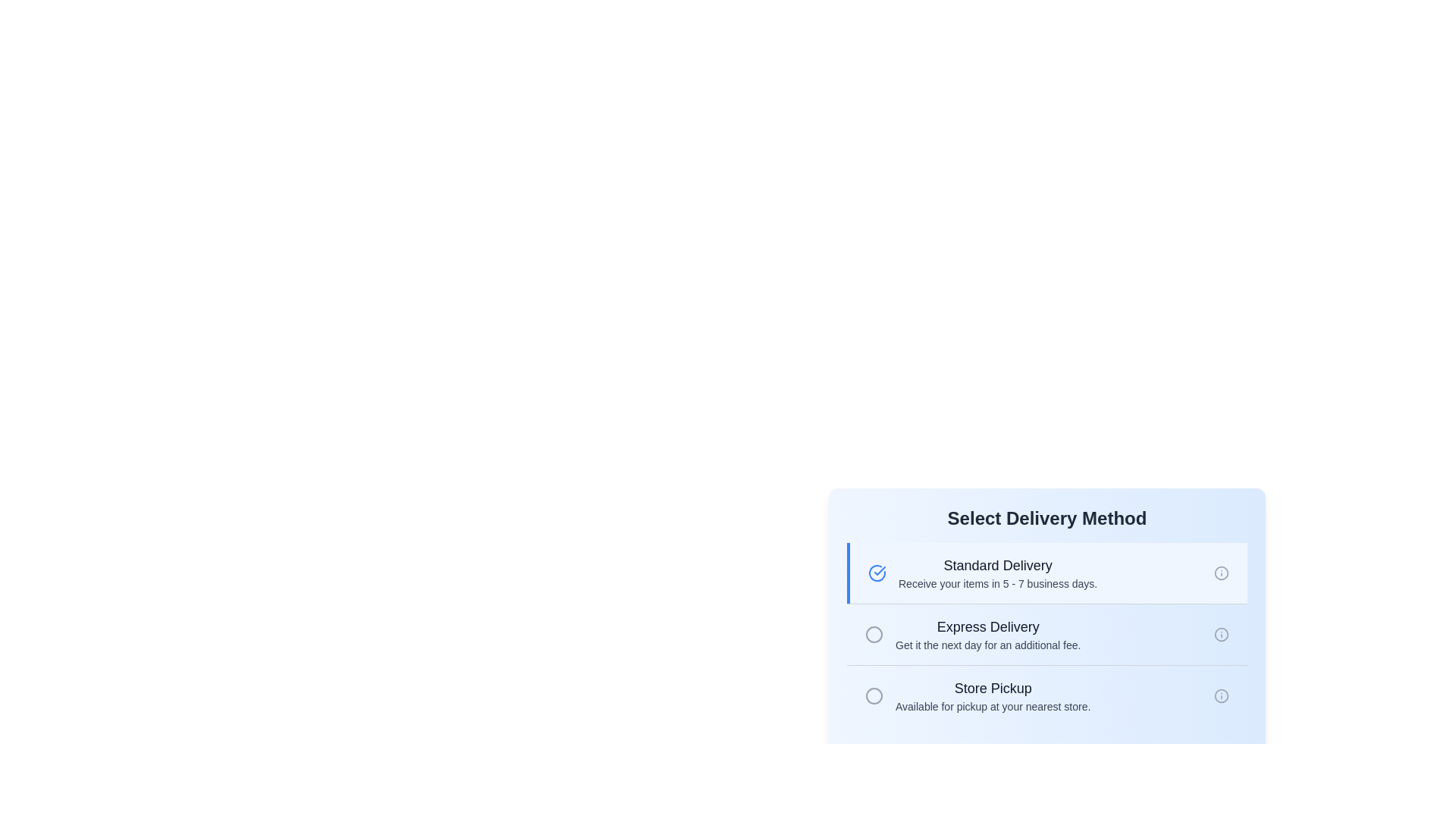 Image resolution: width=1456 pixels, height=819 pixels. What do you see at coordinates (983, 573) in the screenshot?
I see `the 'Standard Delivery' selectable list option to get additional information about this delivery method` at bounding box center [983, 573].